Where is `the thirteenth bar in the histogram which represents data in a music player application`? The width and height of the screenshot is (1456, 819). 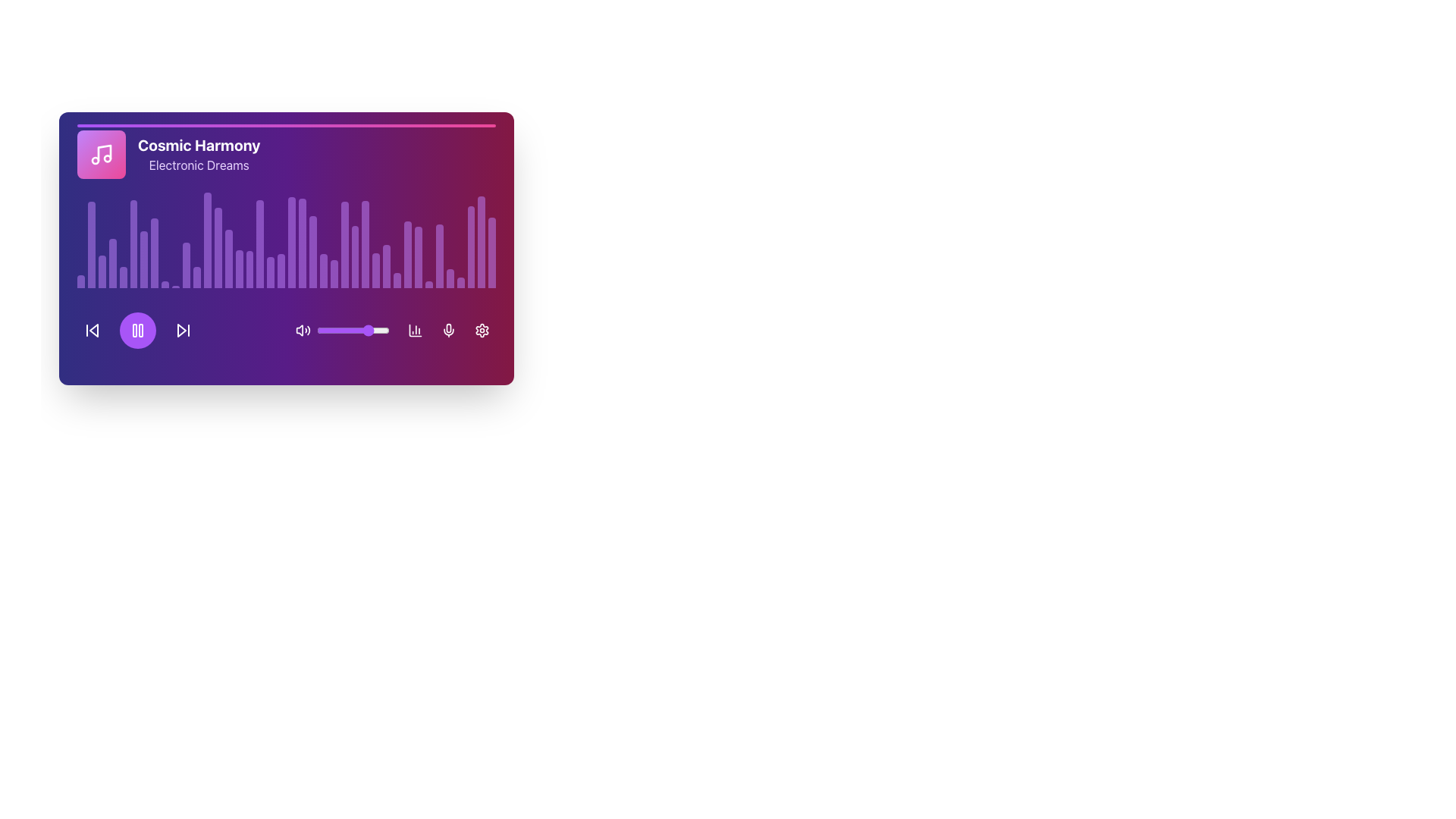 the thirteenth bar in the histogram which represents data in a music player application is located at coordinates (206, 240).